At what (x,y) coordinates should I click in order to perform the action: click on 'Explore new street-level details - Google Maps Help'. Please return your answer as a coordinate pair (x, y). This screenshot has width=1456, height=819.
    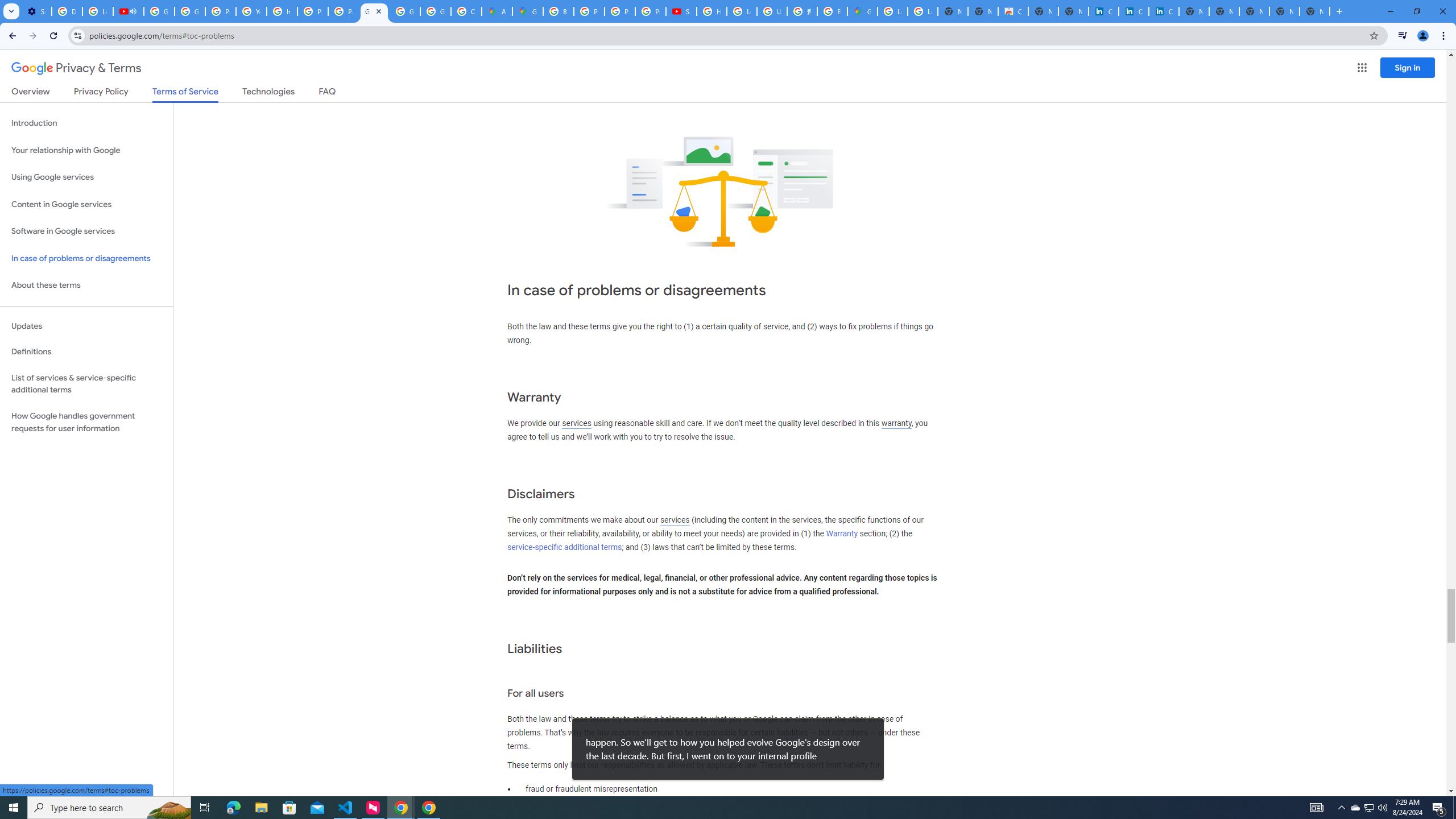
    Looking at the image, I should click on (832, 11).